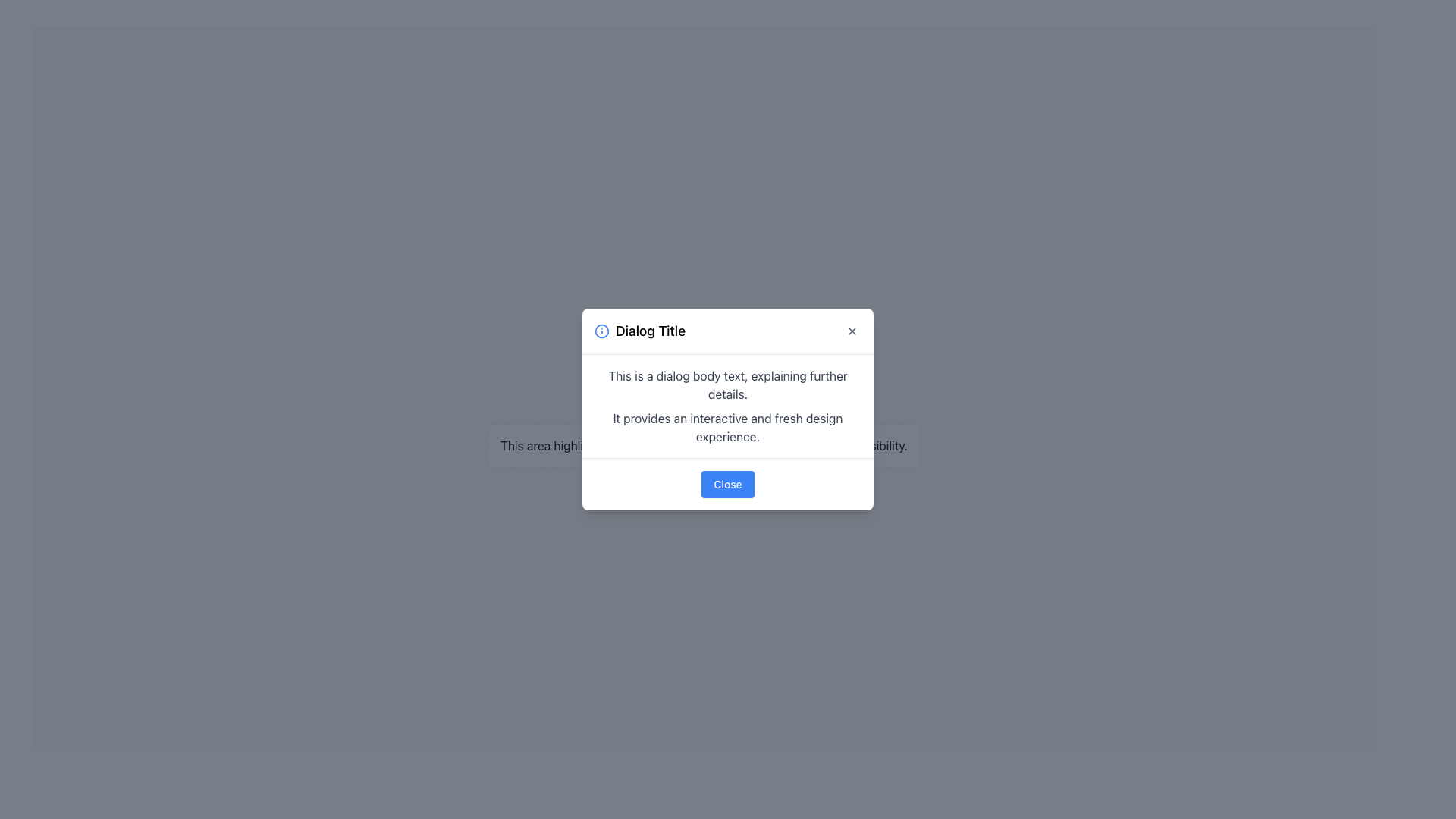 The width and height of the screenshot is (1456, 819). I want to click on text label displaying 'Dialog Title' located in the dialog header, which is styled with a medium-bold font and positioned to the right of a blue icon, so click(651, 330).